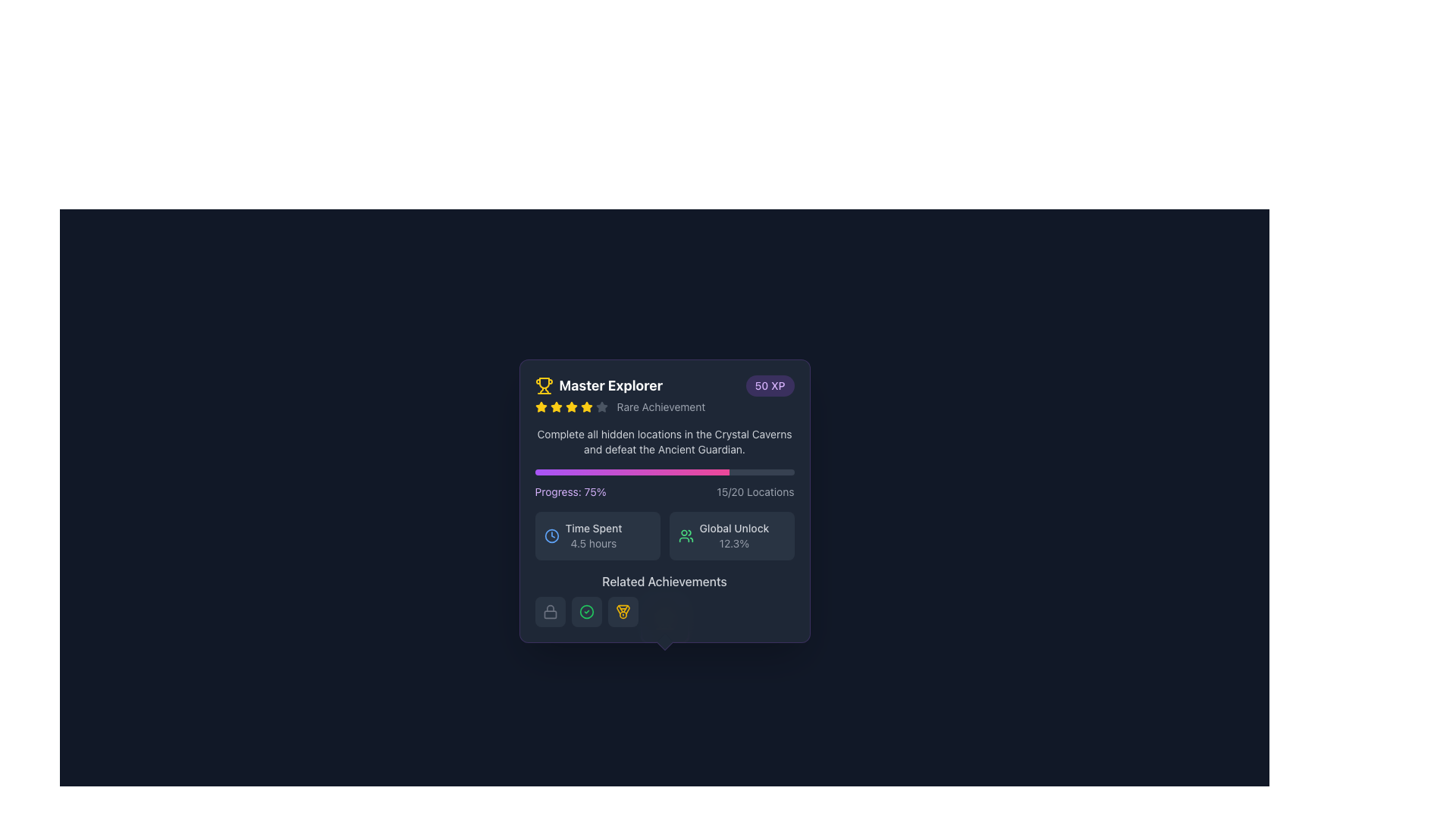 This screenshot has height=819, width=1456. What do you see at coordinates (544, 385) in the screenshot?
I see `the golden trophy icon representing an achievement, located near the text 'Master Explorer' in the top-left corner of the prominent card` at bounding box center [544, 385].